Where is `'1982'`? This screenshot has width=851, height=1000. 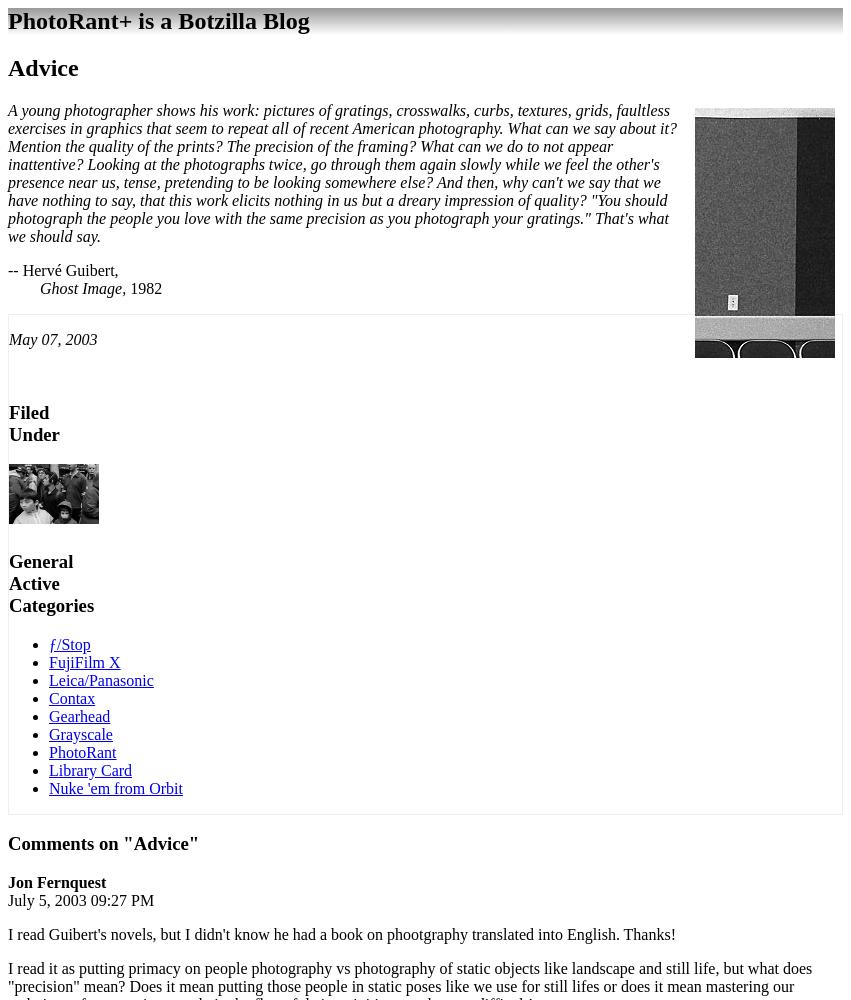
'1982' is located at coordinates (143, 287).